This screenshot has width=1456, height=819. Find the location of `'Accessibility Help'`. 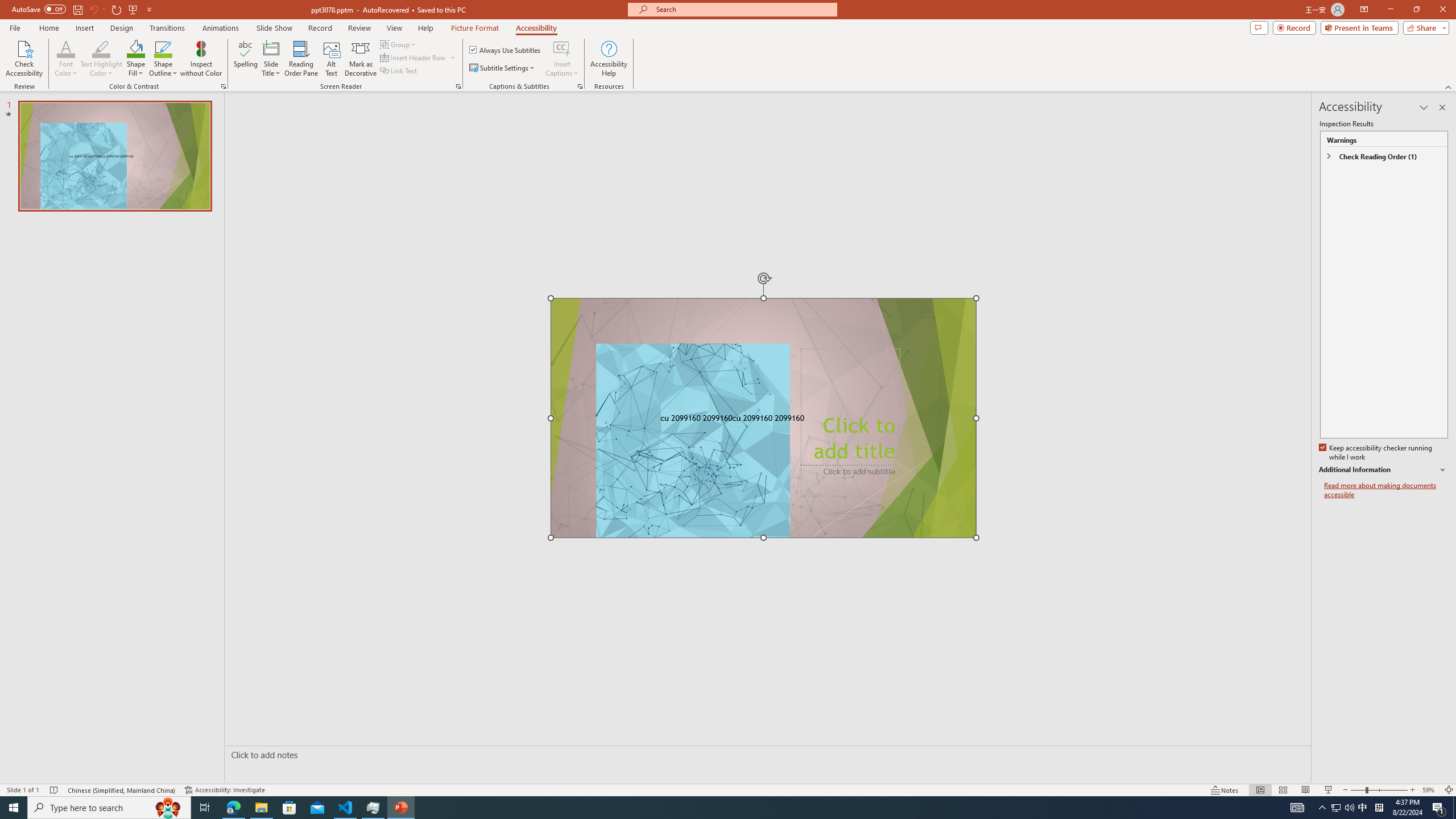

'Accessibility Help' is located at coordinates (609, 59).